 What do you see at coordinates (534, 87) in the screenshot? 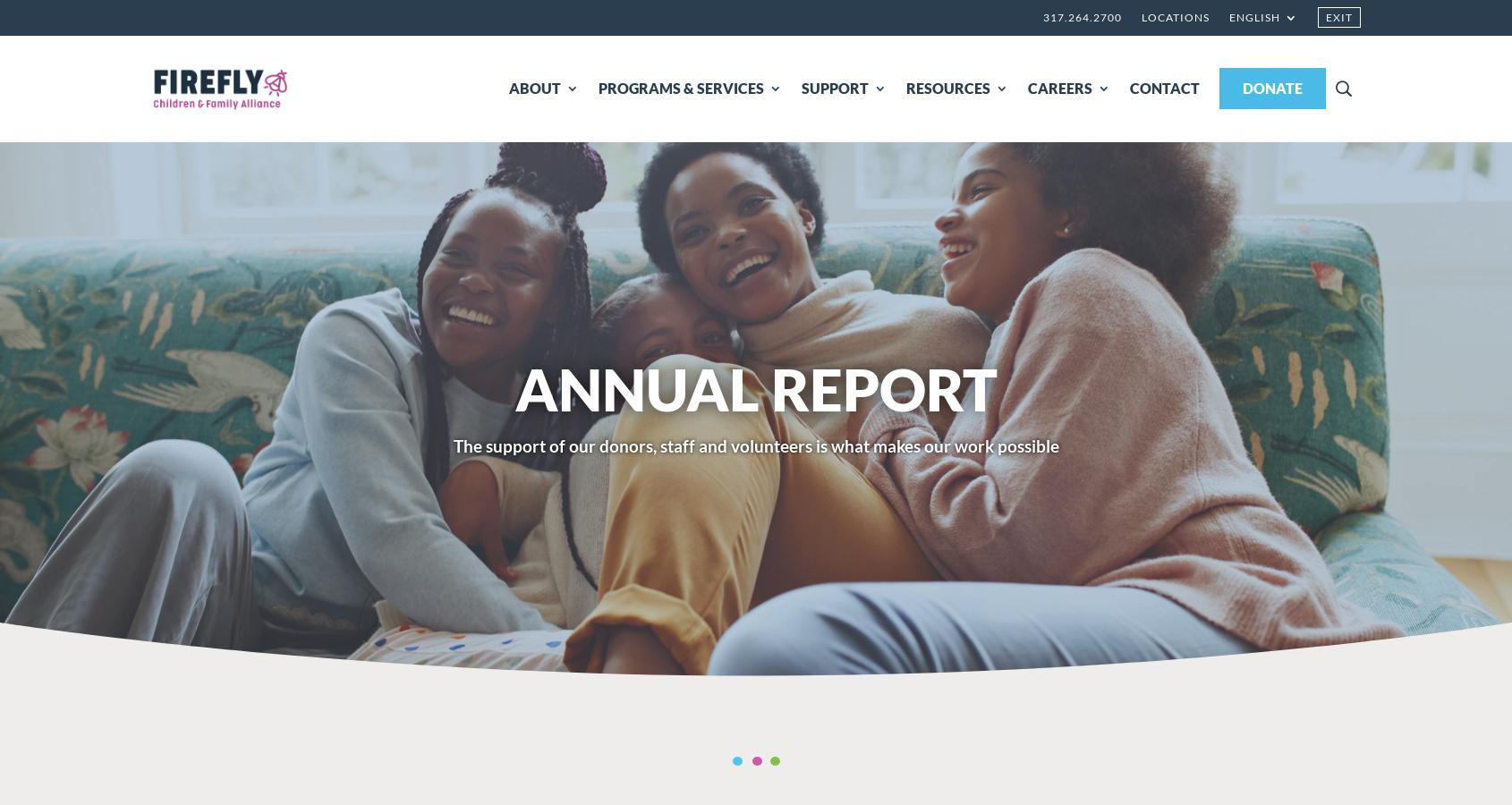
I see `'ABOUT'` at bounding box center [534, 87].